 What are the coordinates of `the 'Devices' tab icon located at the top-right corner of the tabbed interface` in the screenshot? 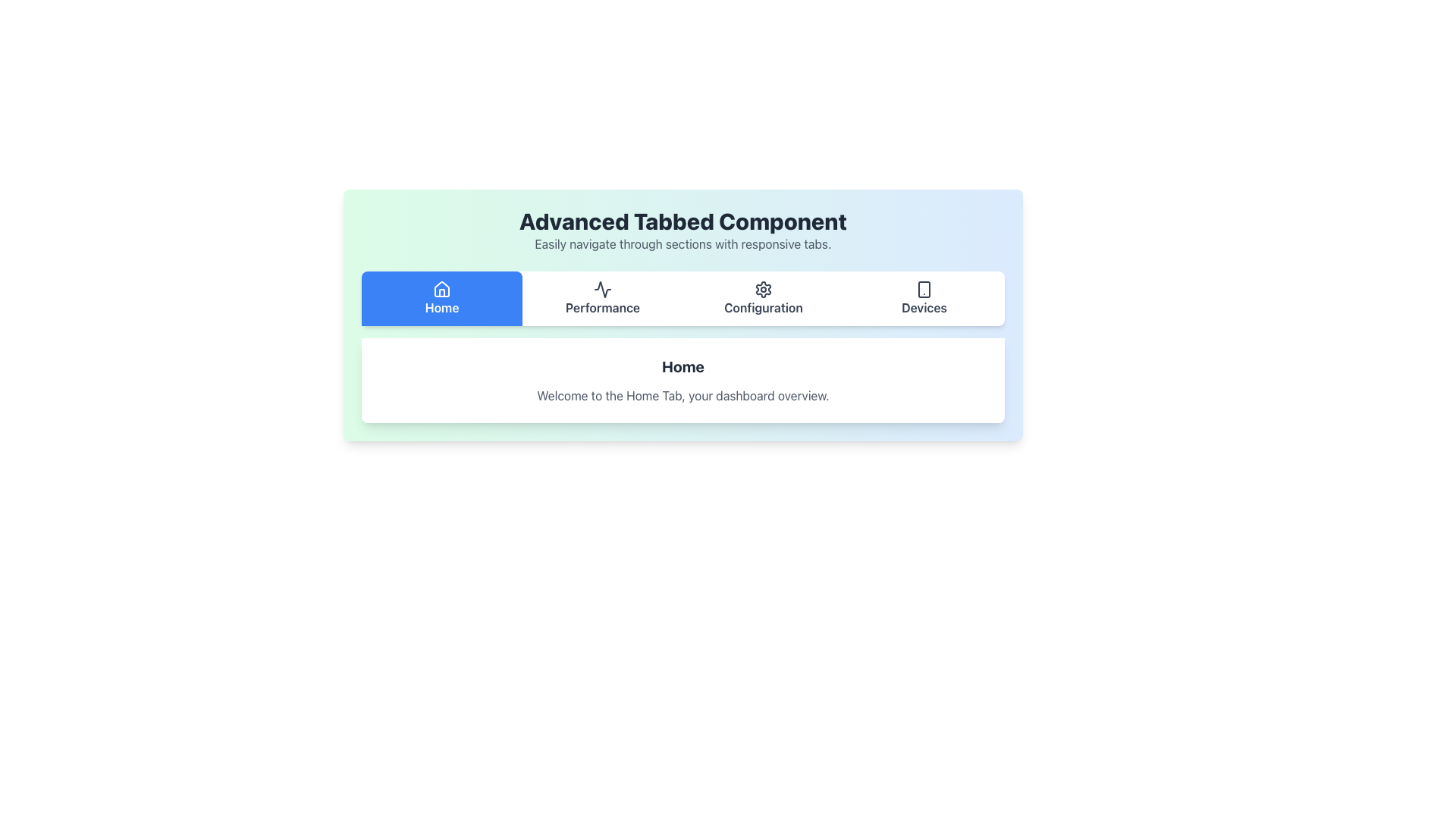 It's located at (924, 289).